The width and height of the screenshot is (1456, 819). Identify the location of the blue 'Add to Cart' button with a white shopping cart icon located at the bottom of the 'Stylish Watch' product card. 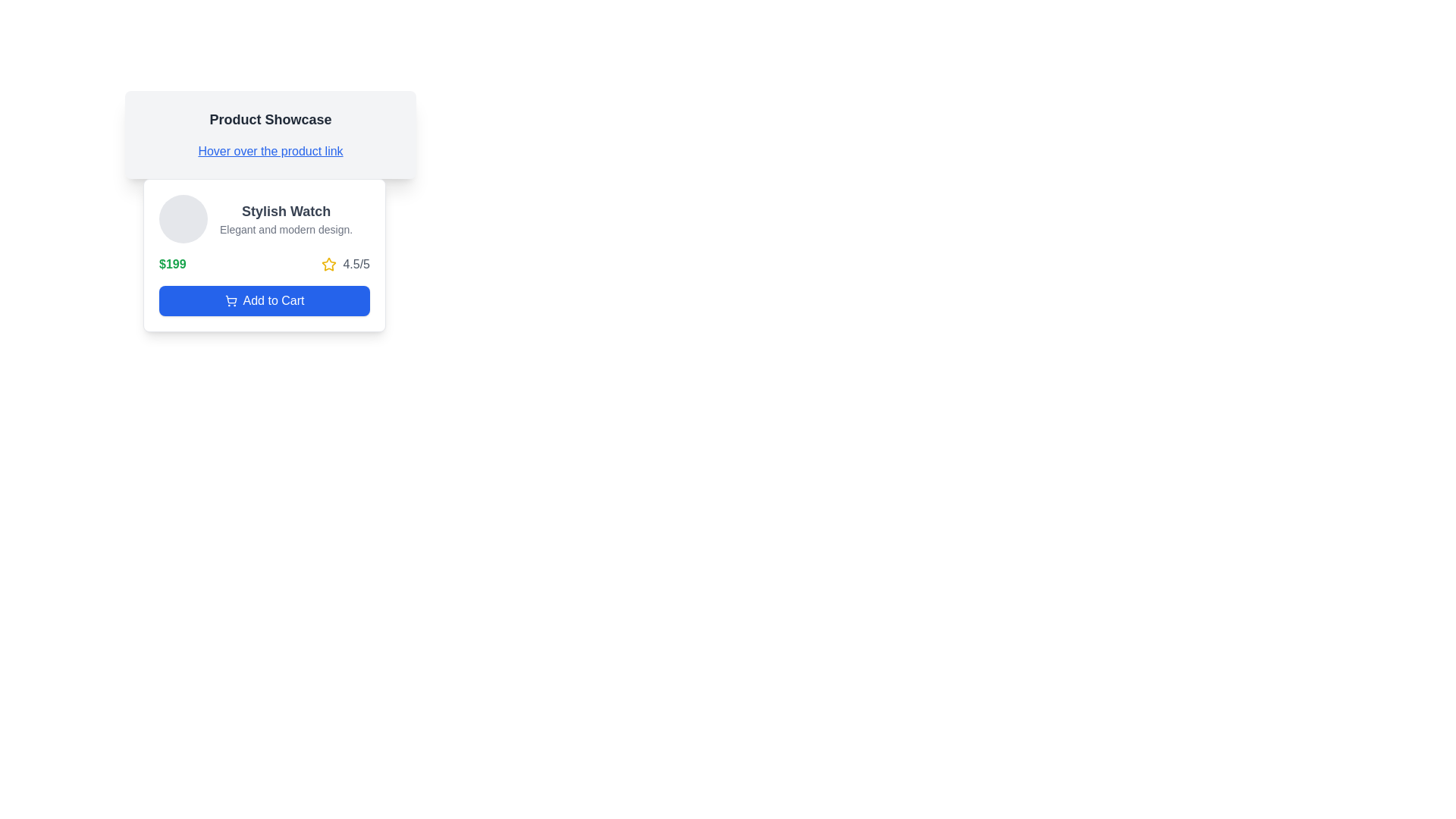
(265, 301).